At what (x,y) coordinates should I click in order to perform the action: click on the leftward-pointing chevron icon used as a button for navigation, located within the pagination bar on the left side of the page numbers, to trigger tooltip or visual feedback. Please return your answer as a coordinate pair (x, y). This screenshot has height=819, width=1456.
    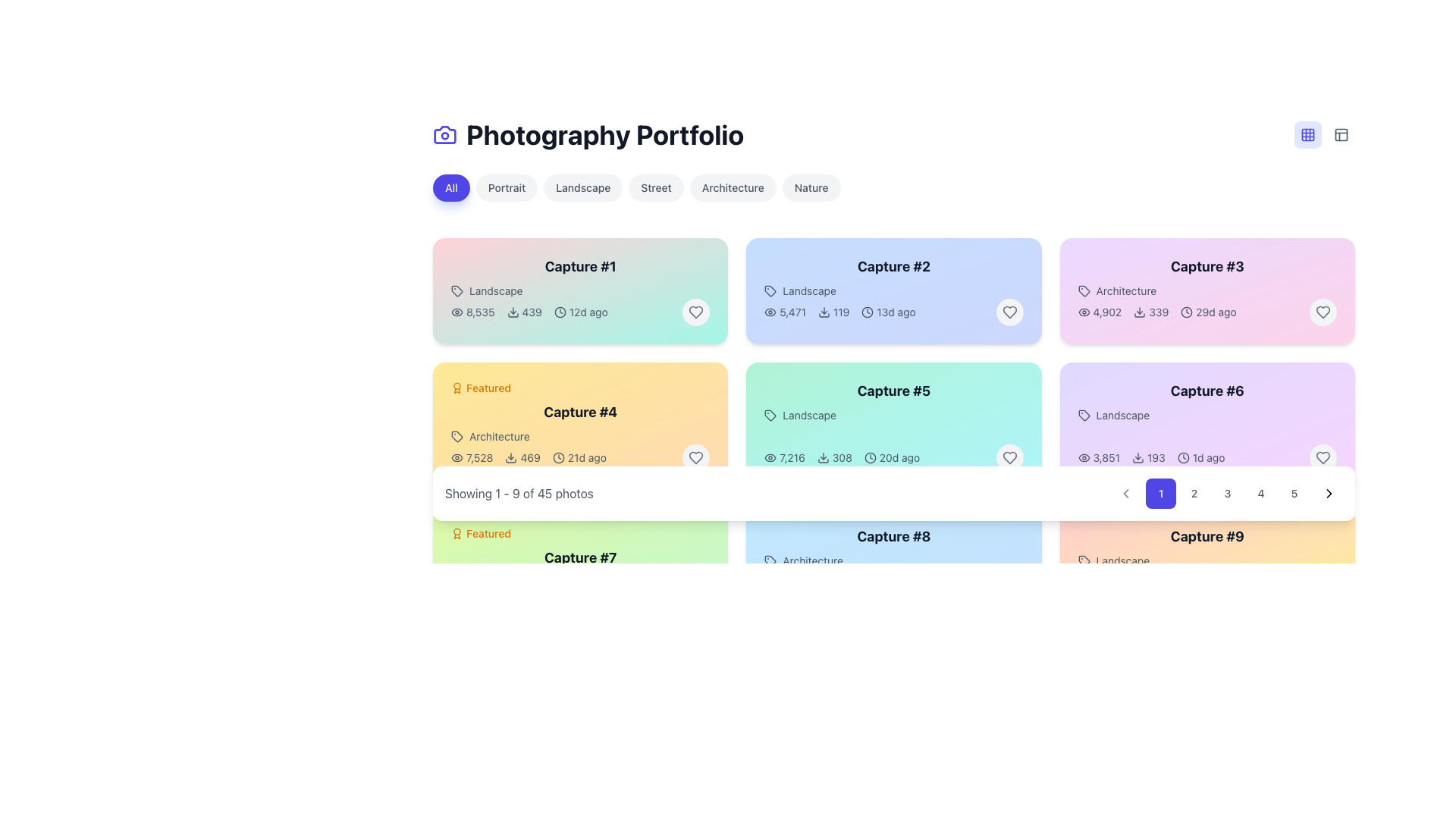
    Looking at the image, I should click on (1125, 494).